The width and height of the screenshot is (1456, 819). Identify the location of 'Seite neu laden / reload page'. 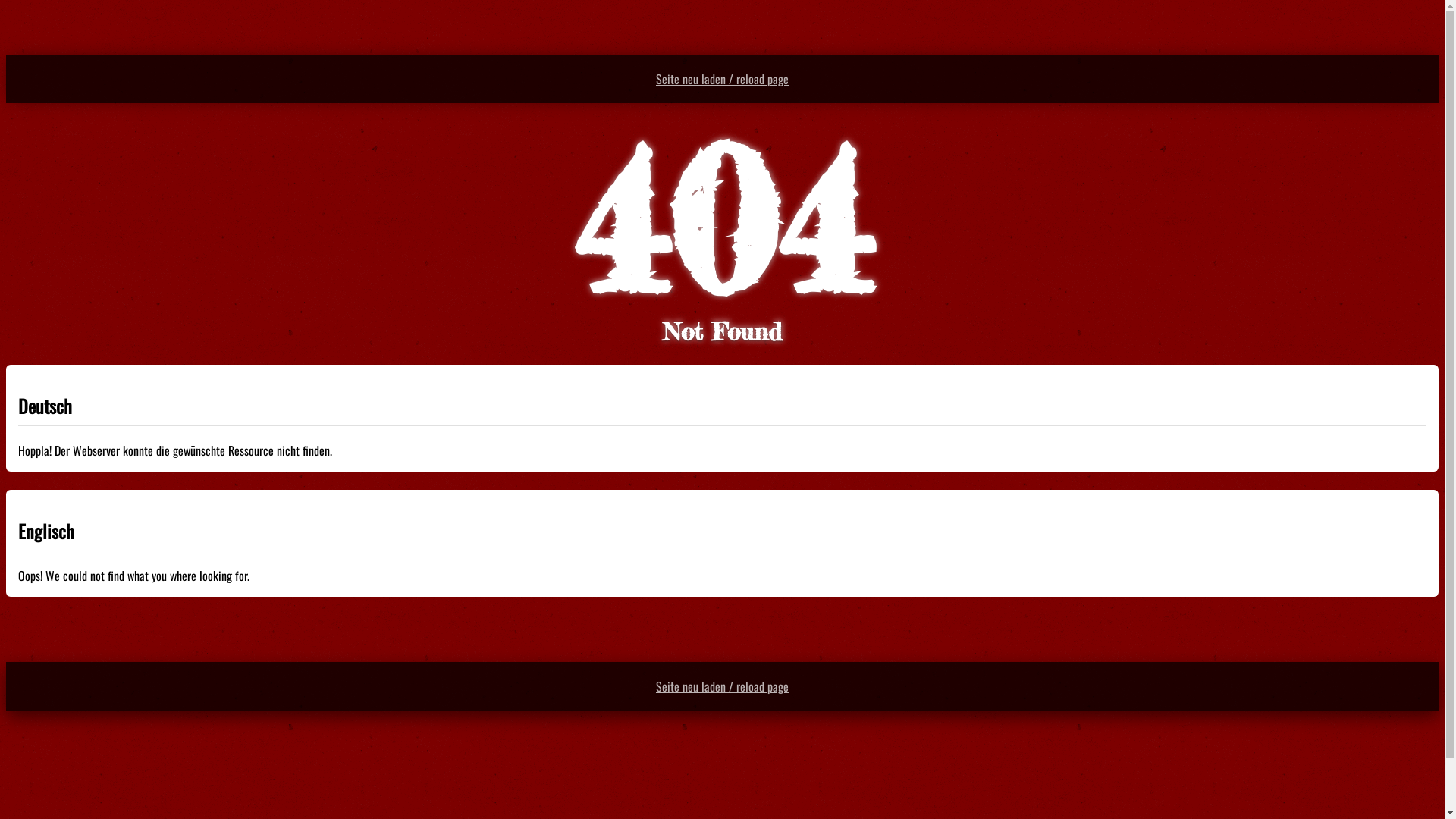
(721, 686).